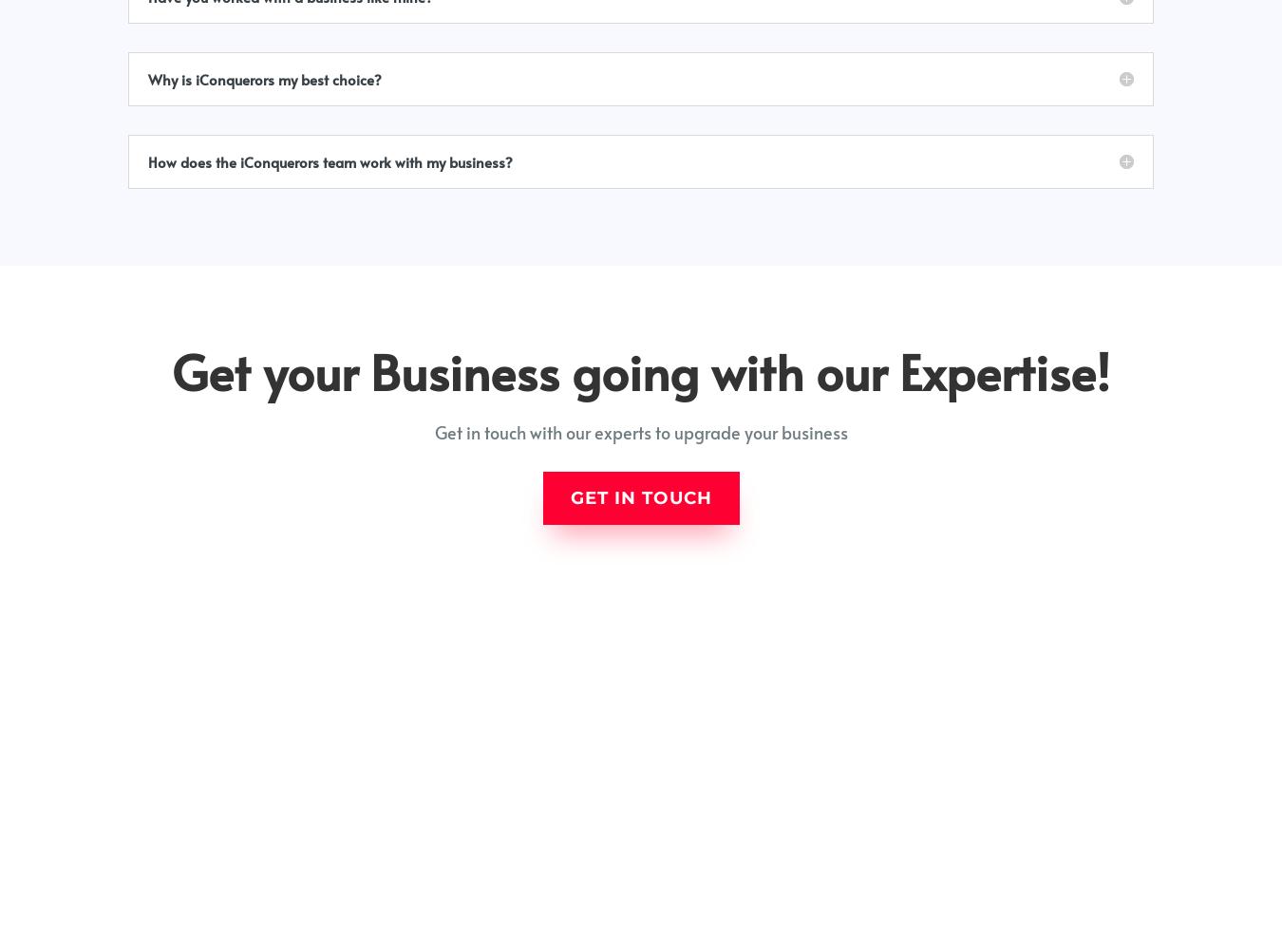  I want to click on 'Powered by', so click(1024, 928).